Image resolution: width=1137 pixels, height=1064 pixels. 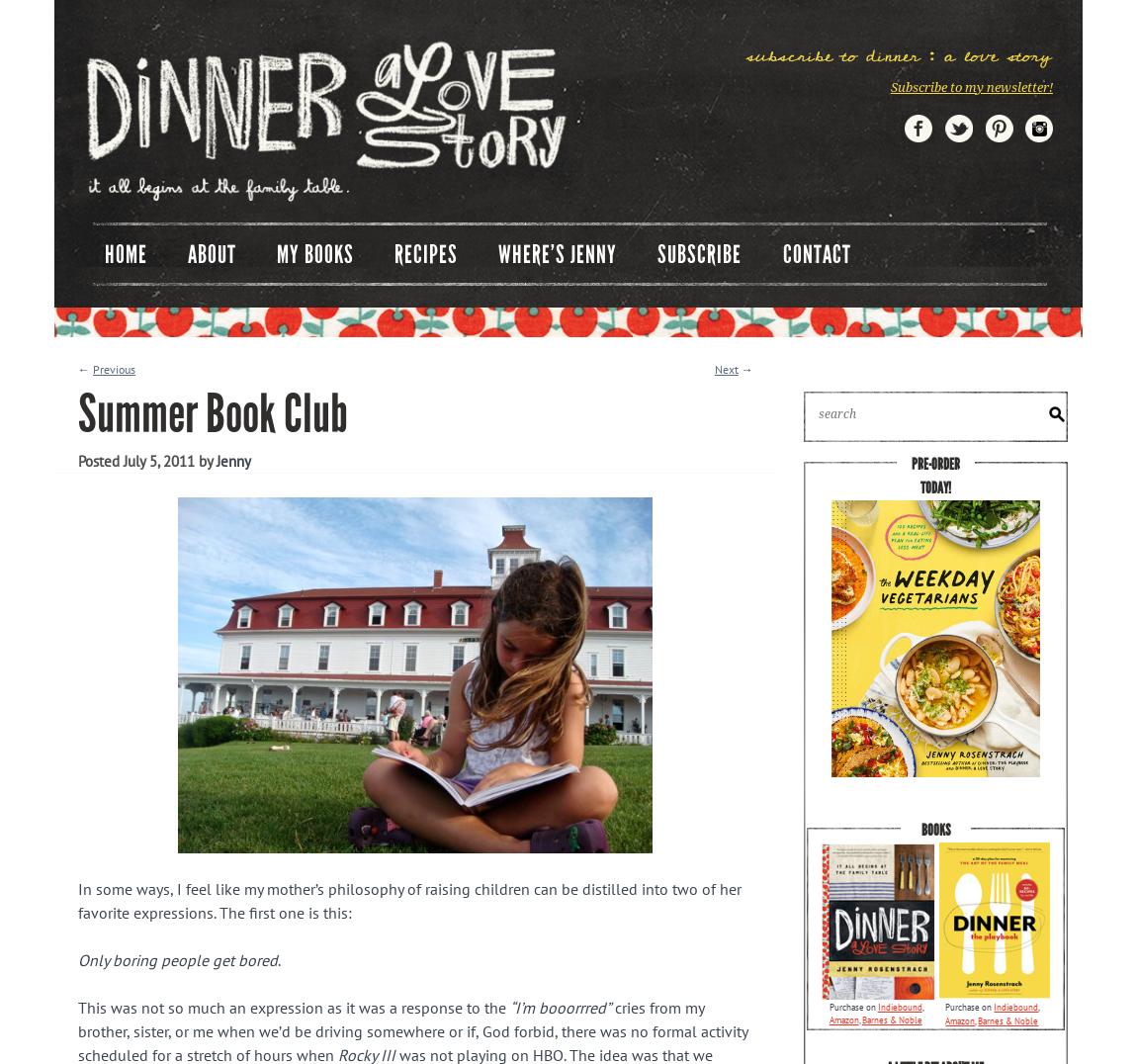 I want to click on 'My Books', so click(x=313, y=253).